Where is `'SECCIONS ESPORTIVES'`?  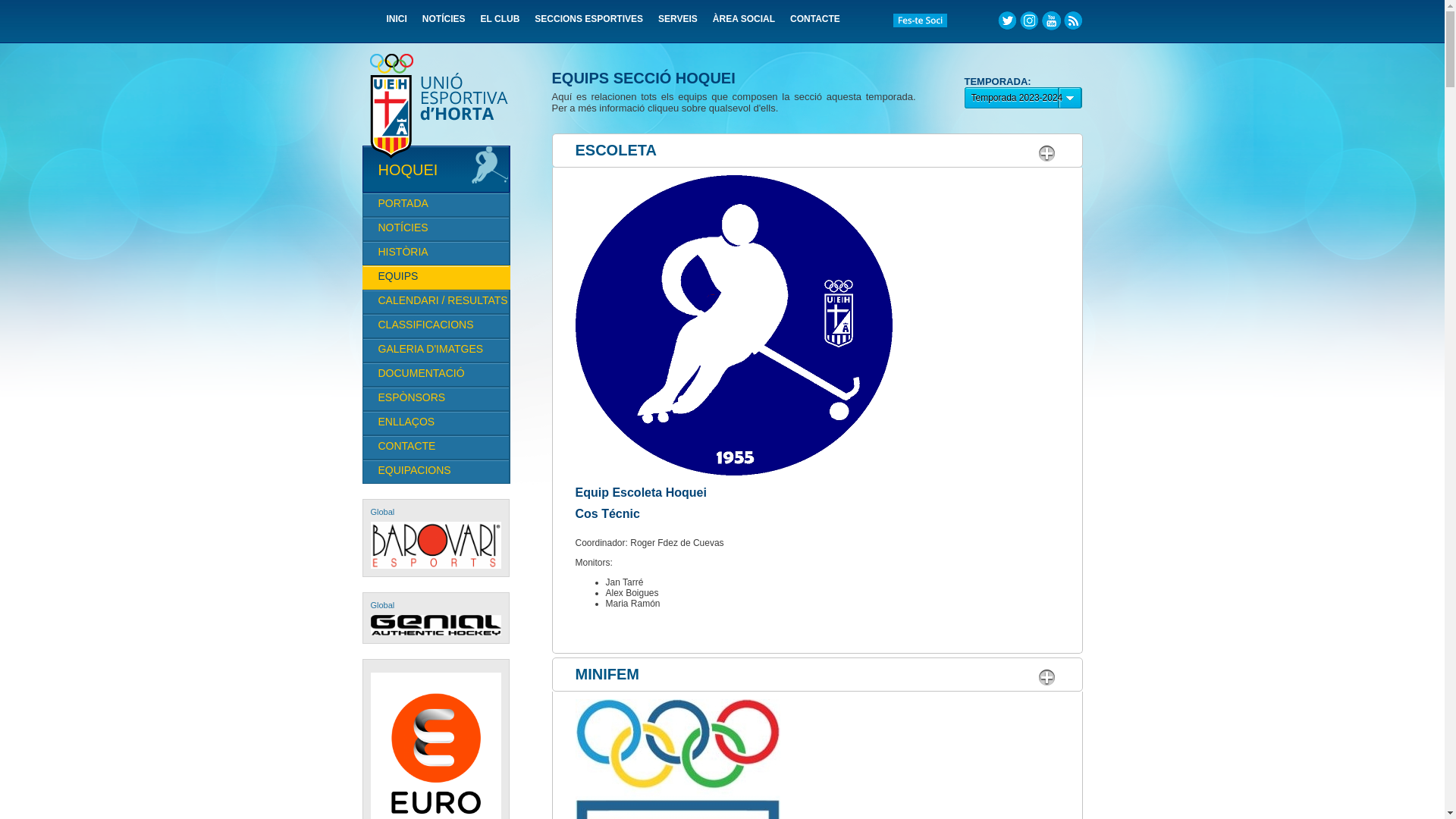 'SECCIONS ESPORTIVES' is located at coordinates (535, 24).